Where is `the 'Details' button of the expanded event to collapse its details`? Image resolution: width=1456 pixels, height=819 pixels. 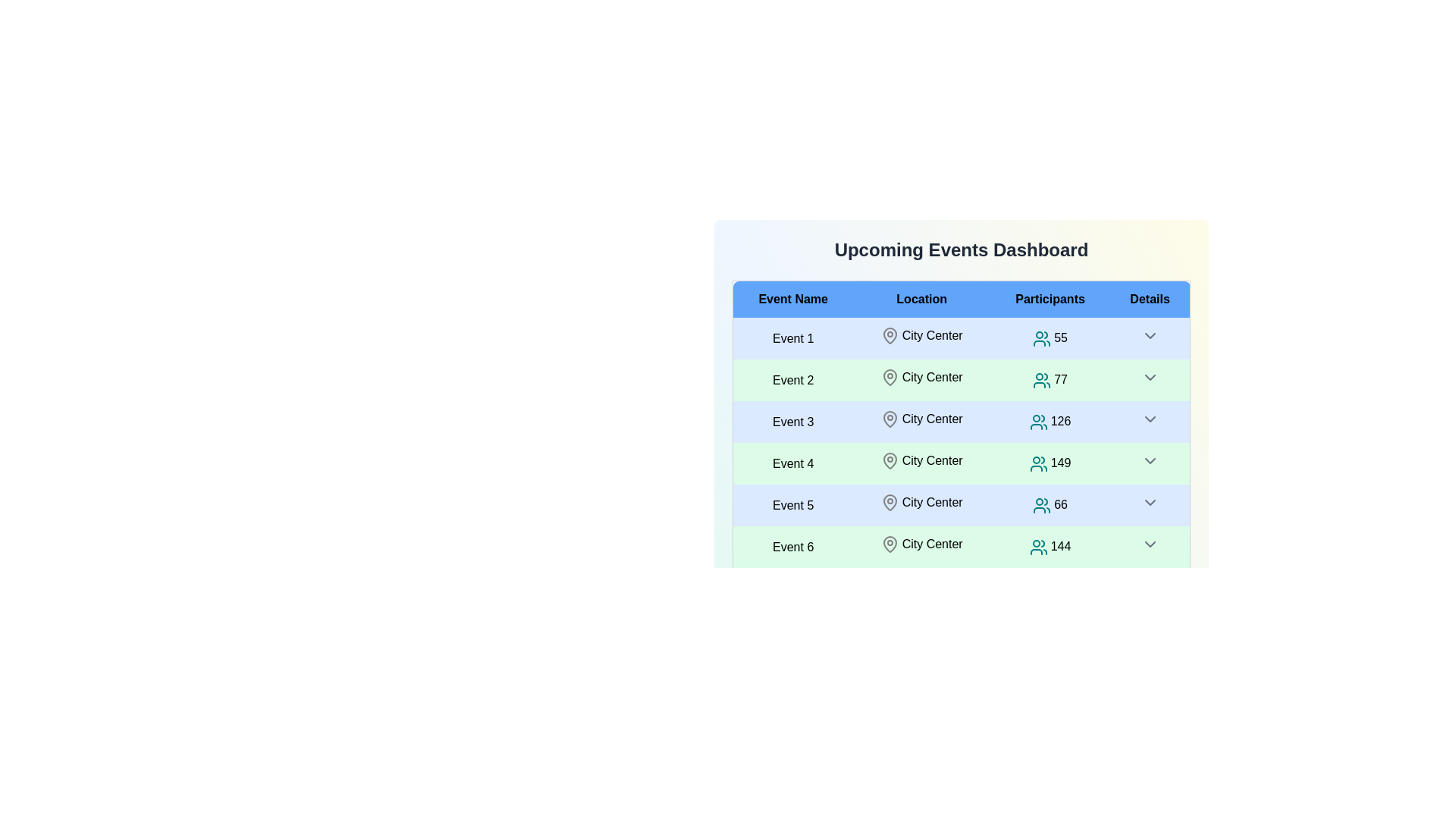
the 'Details' button of the expanded event to collapse its details is located at coordinates (1150, 335).